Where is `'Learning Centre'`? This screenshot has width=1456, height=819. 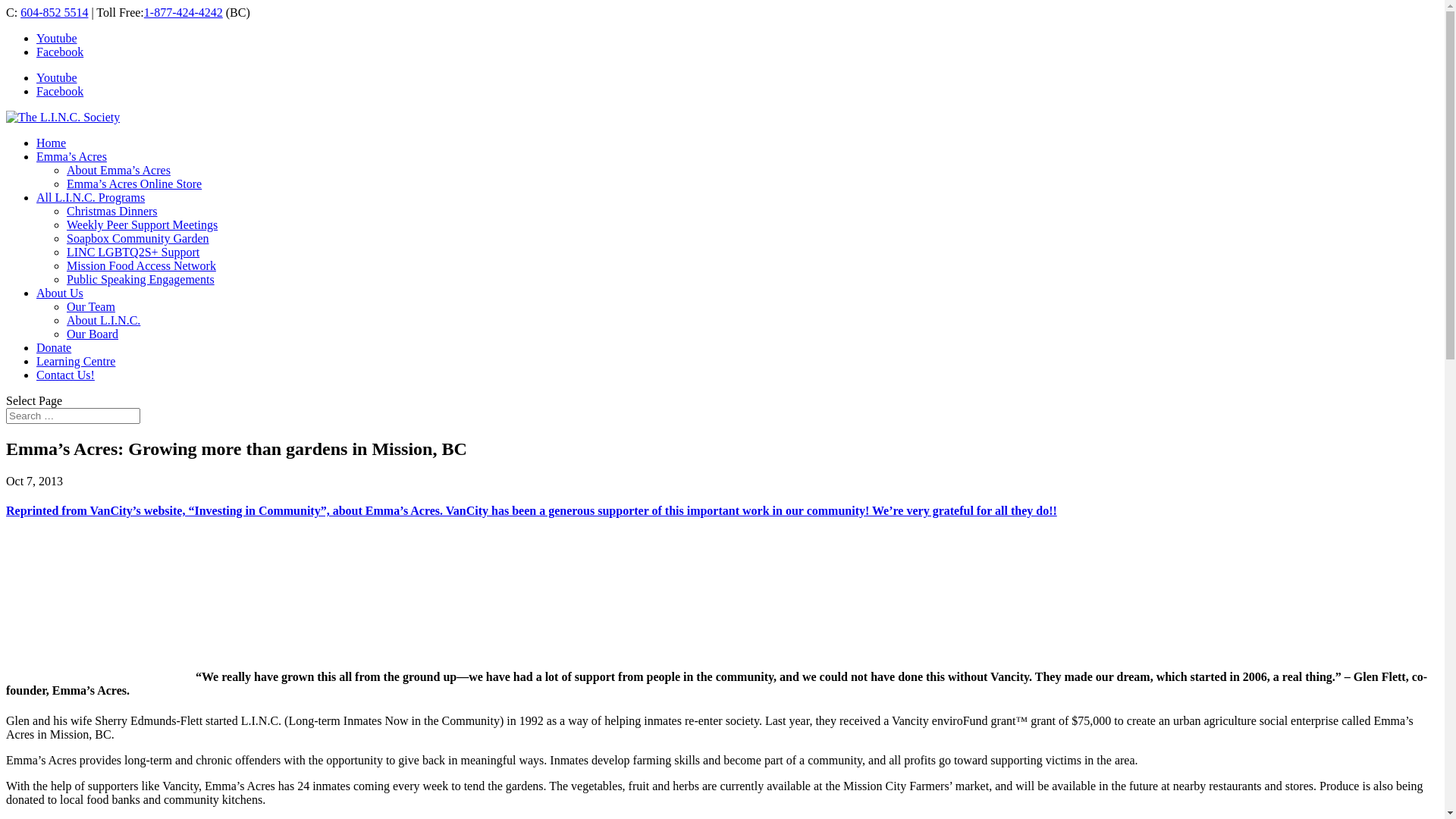 'Learning Centre' is located at coordinates (75, 361).